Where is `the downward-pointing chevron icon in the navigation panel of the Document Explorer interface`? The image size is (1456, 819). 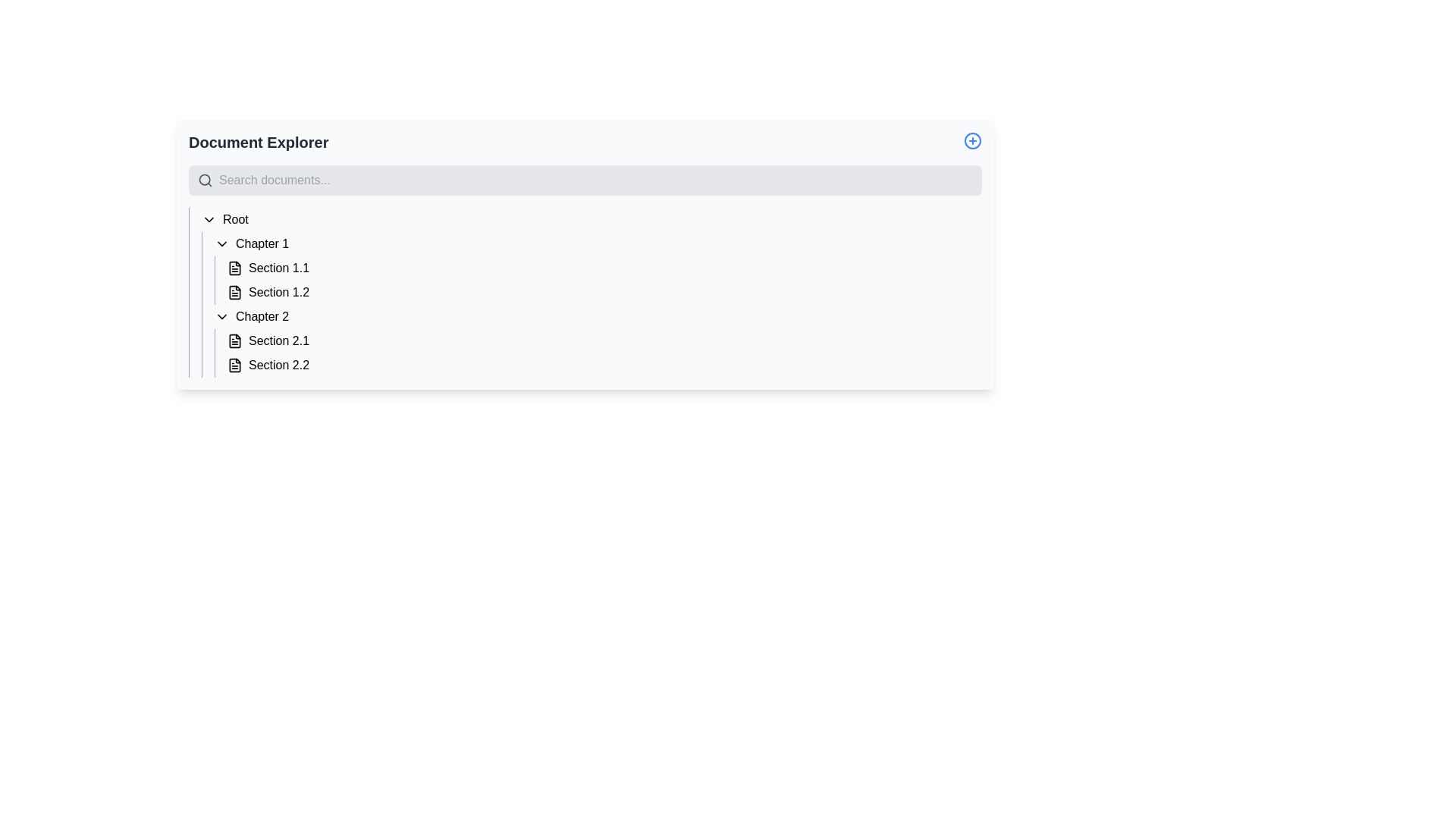
the downward-pointing chevron icon in the navigation panel of the Document Explorer interface is located at coordinates (221, 243).